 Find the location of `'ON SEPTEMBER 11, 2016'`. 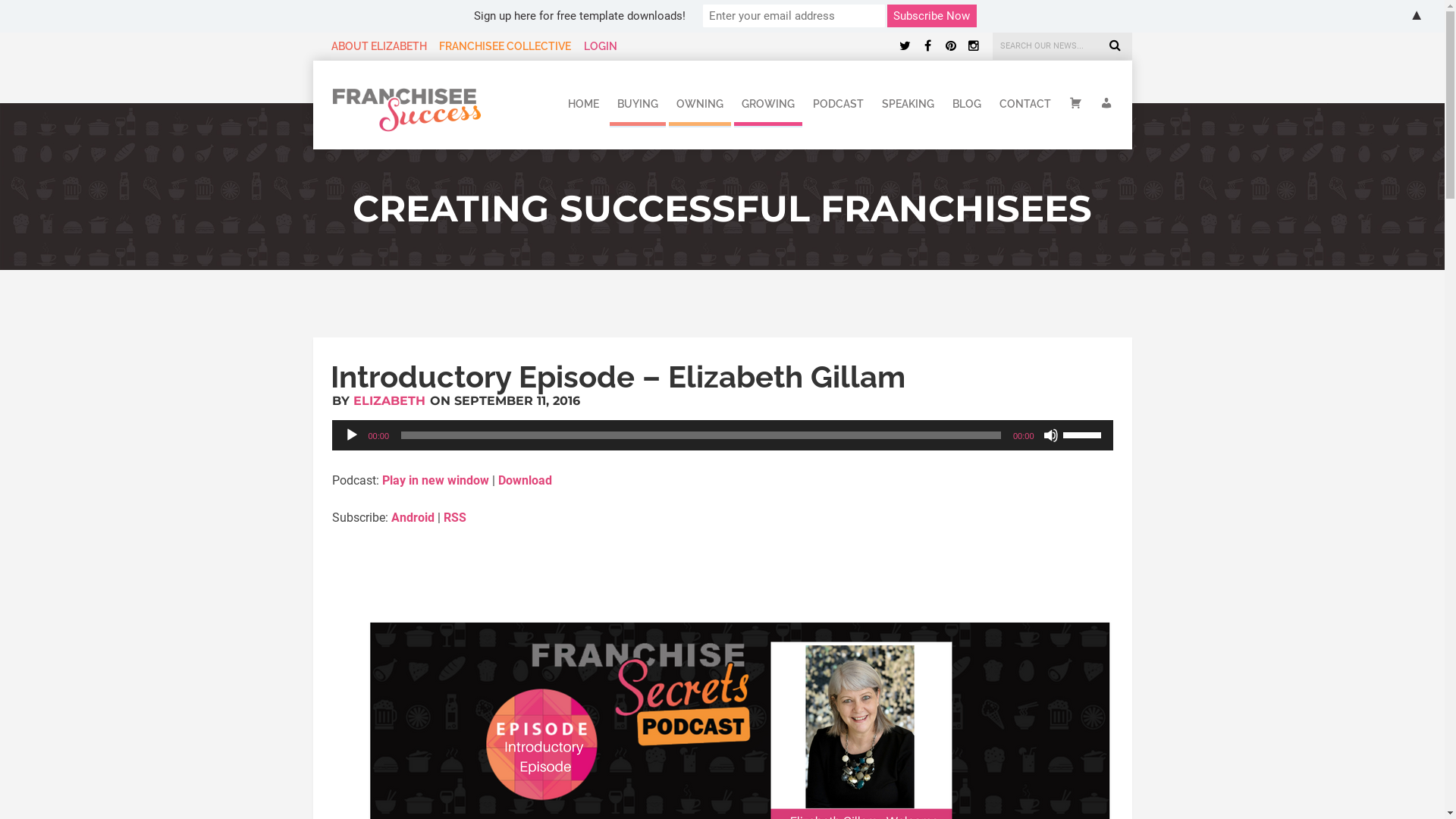

'ON SEPTEMBER 11, 2016' is located at coordinates (428, 400).